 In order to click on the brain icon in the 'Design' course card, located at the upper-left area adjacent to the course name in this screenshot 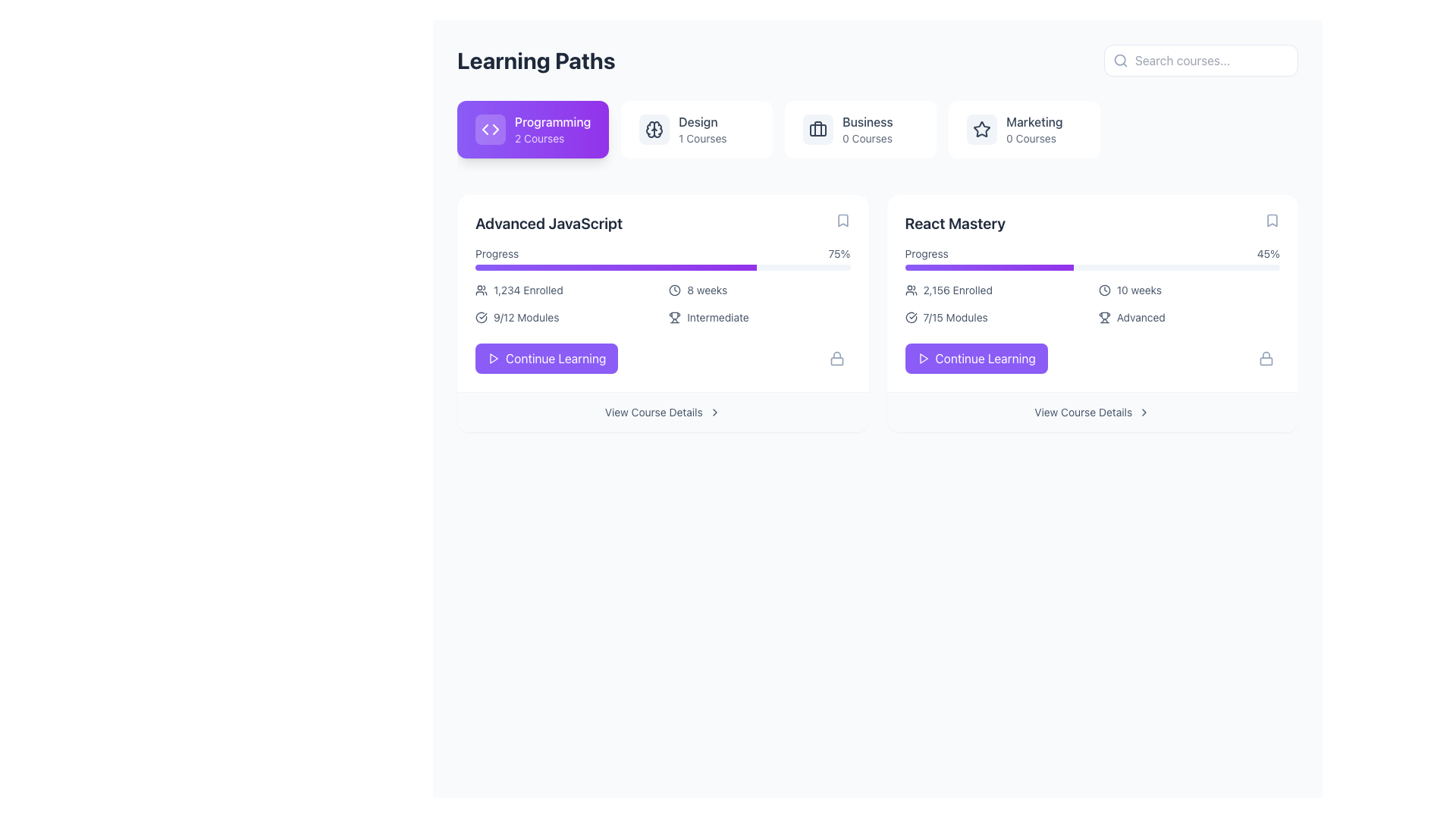, I will do `click(654, 128)`.